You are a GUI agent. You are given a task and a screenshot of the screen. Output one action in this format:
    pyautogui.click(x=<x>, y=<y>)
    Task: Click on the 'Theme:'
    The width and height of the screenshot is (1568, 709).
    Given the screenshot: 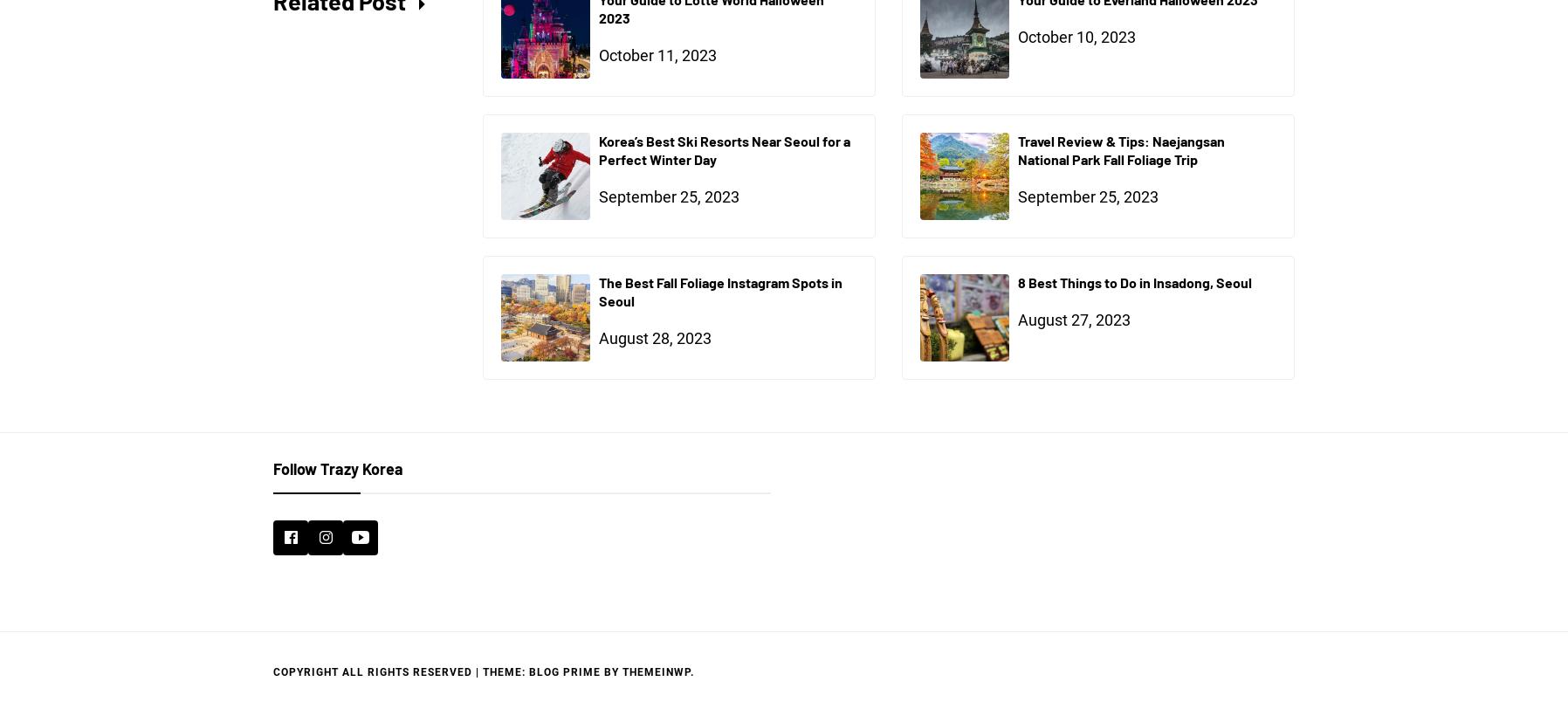 What is the action you would take?
    pyautogui.click(x=505, y=671)
    